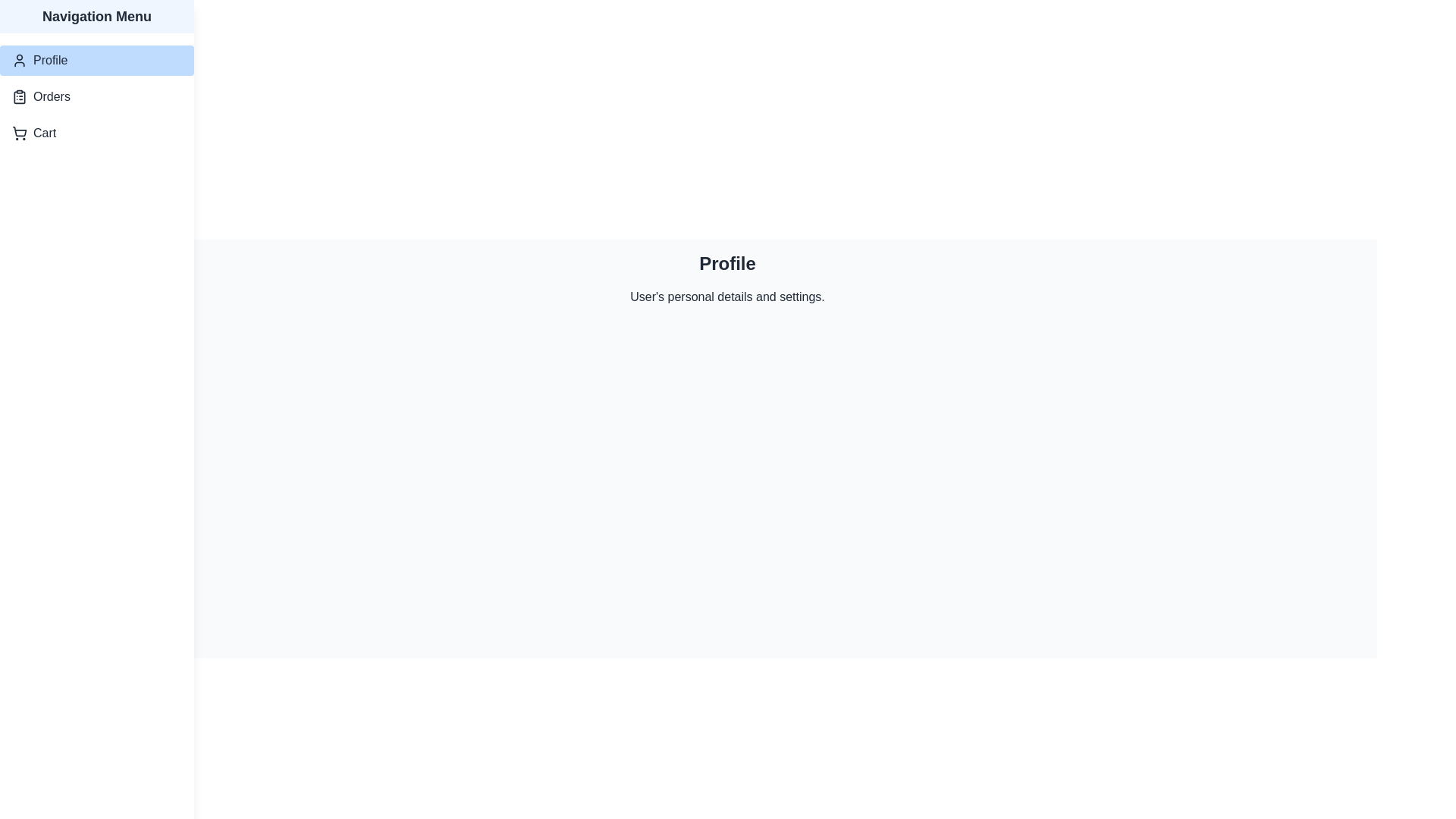  What do you see at coordinates (50, 60) in the screenshot?
I see `the 'Profile' text label in the sidebar menu` at bounding box center [50, 60].